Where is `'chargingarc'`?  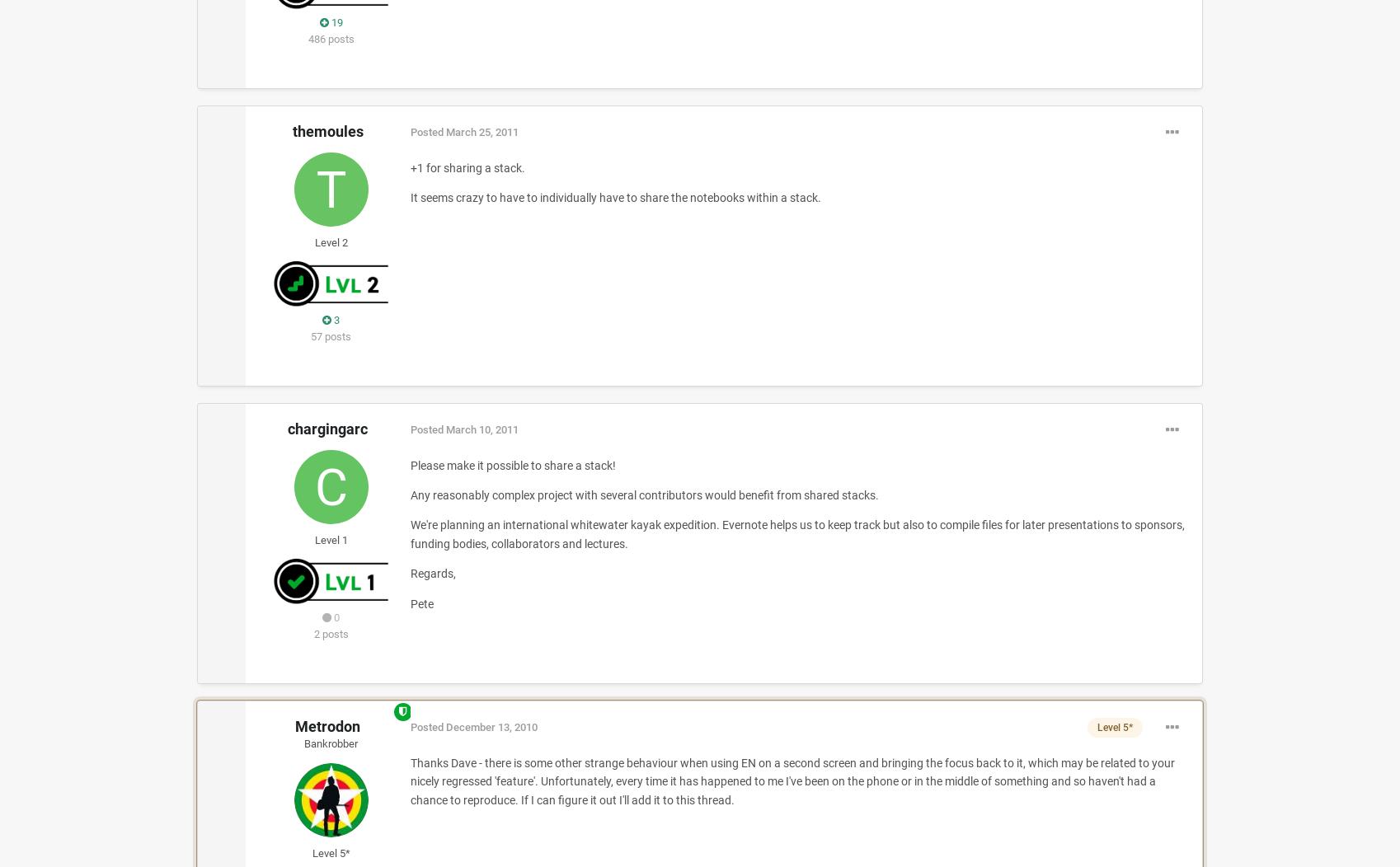 'chargingarc' is located at coordinates (327, 427).